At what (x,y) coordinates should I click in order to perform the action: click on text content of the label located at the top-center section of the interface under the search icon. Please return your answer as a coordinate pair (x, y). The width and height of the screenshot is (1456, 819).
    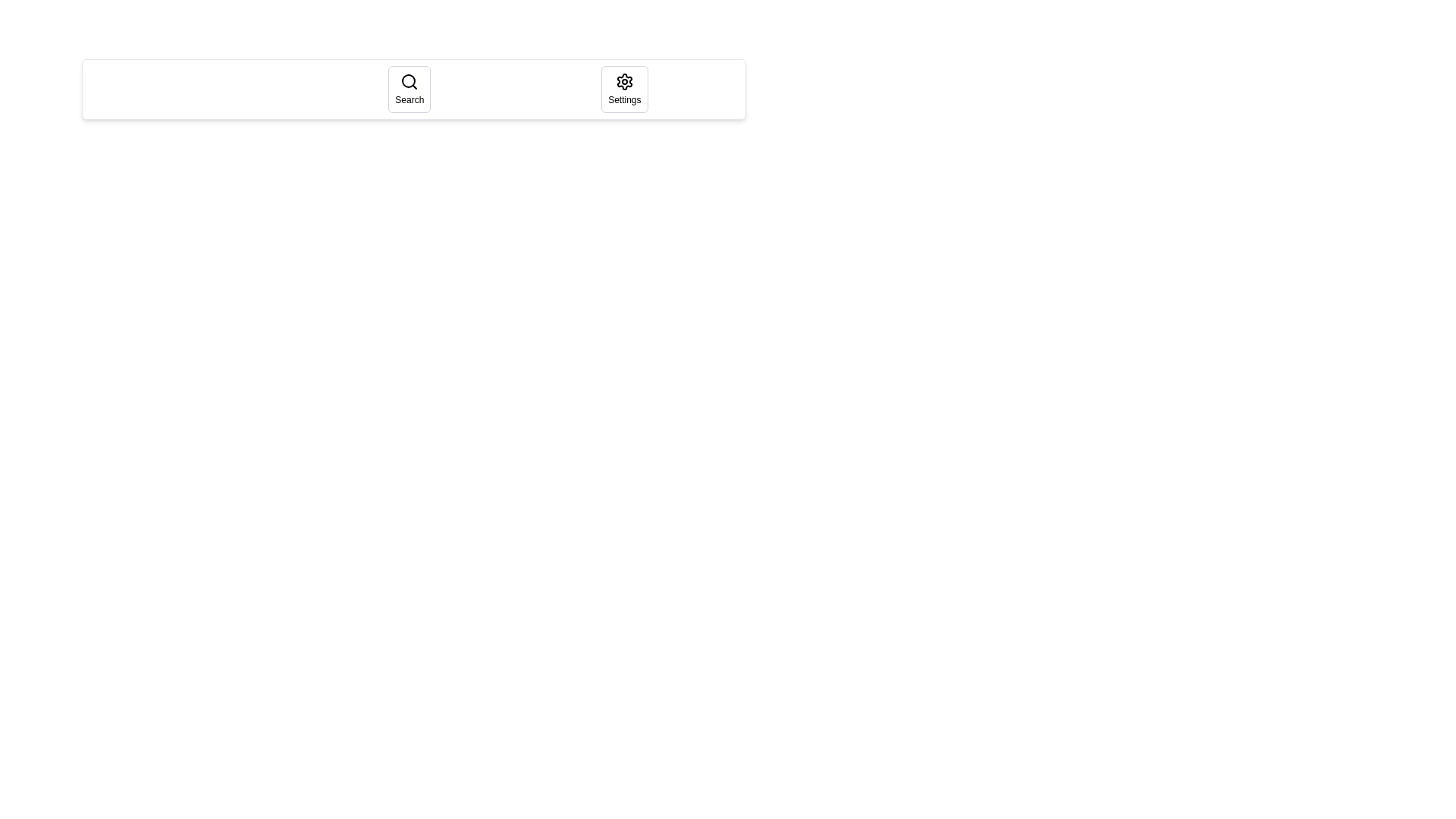
    Looking at the image, I should click on (409, 99).